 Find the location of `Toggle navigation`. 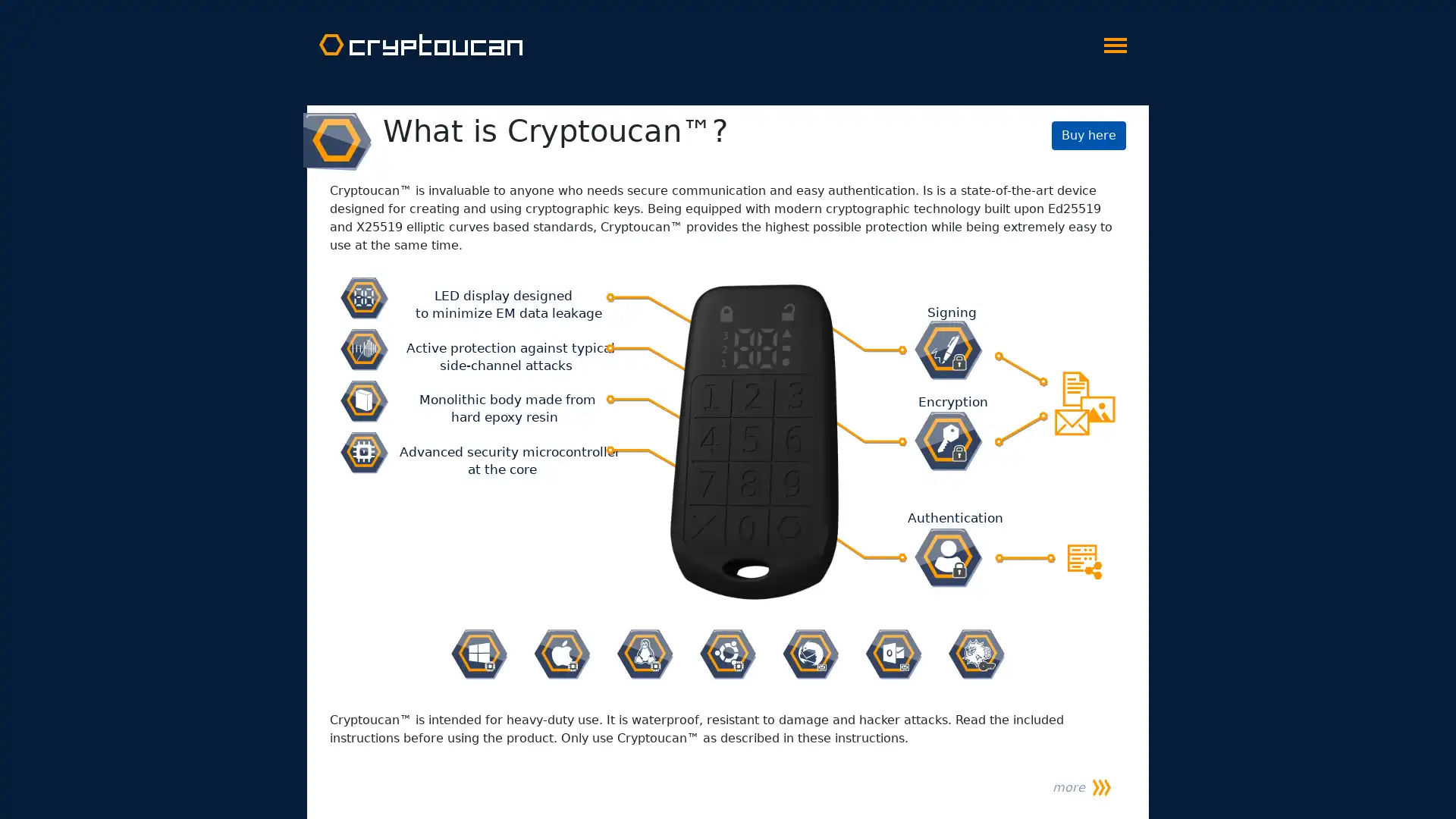

Toggle navigation is located at coordinates (1115, 40).